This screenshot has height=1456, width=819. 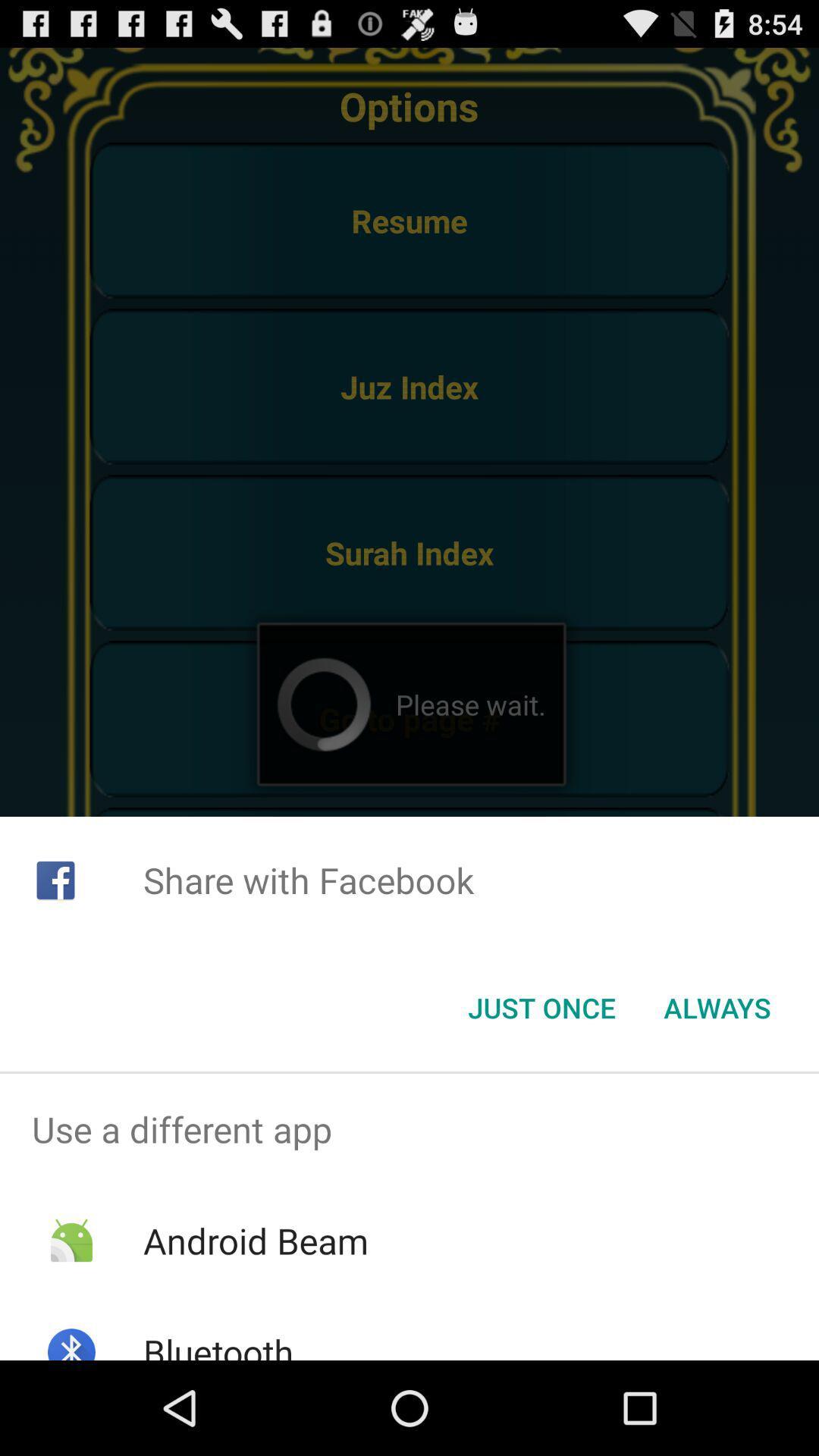 I want to click on the app below android beam item, so click(x=218, y=1344).